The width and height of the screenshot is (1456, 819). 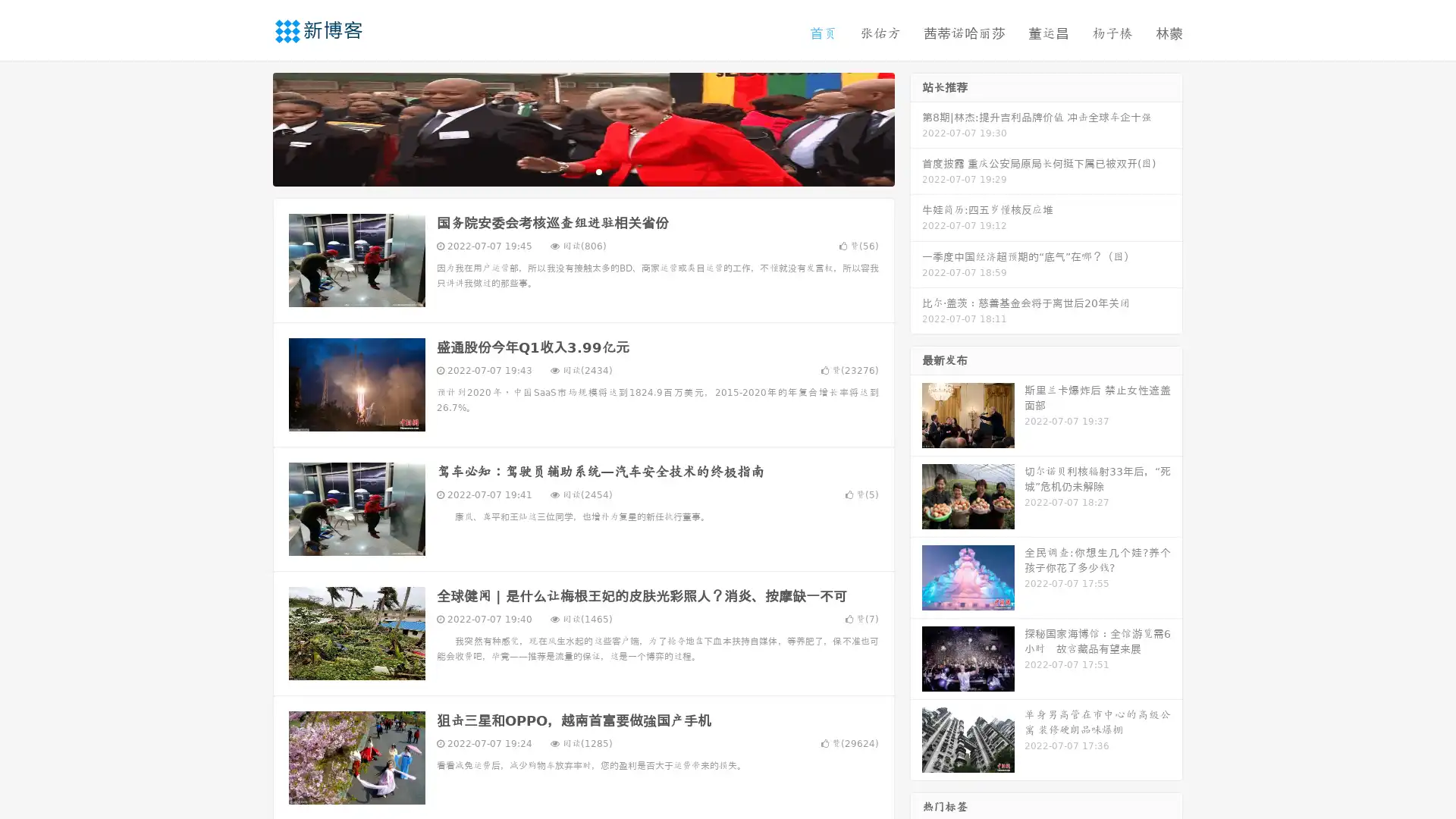 What do you see at coordinates (567, 171) in the screenshot?
I see `Go to slide 1` at bounding box center [567, 171].